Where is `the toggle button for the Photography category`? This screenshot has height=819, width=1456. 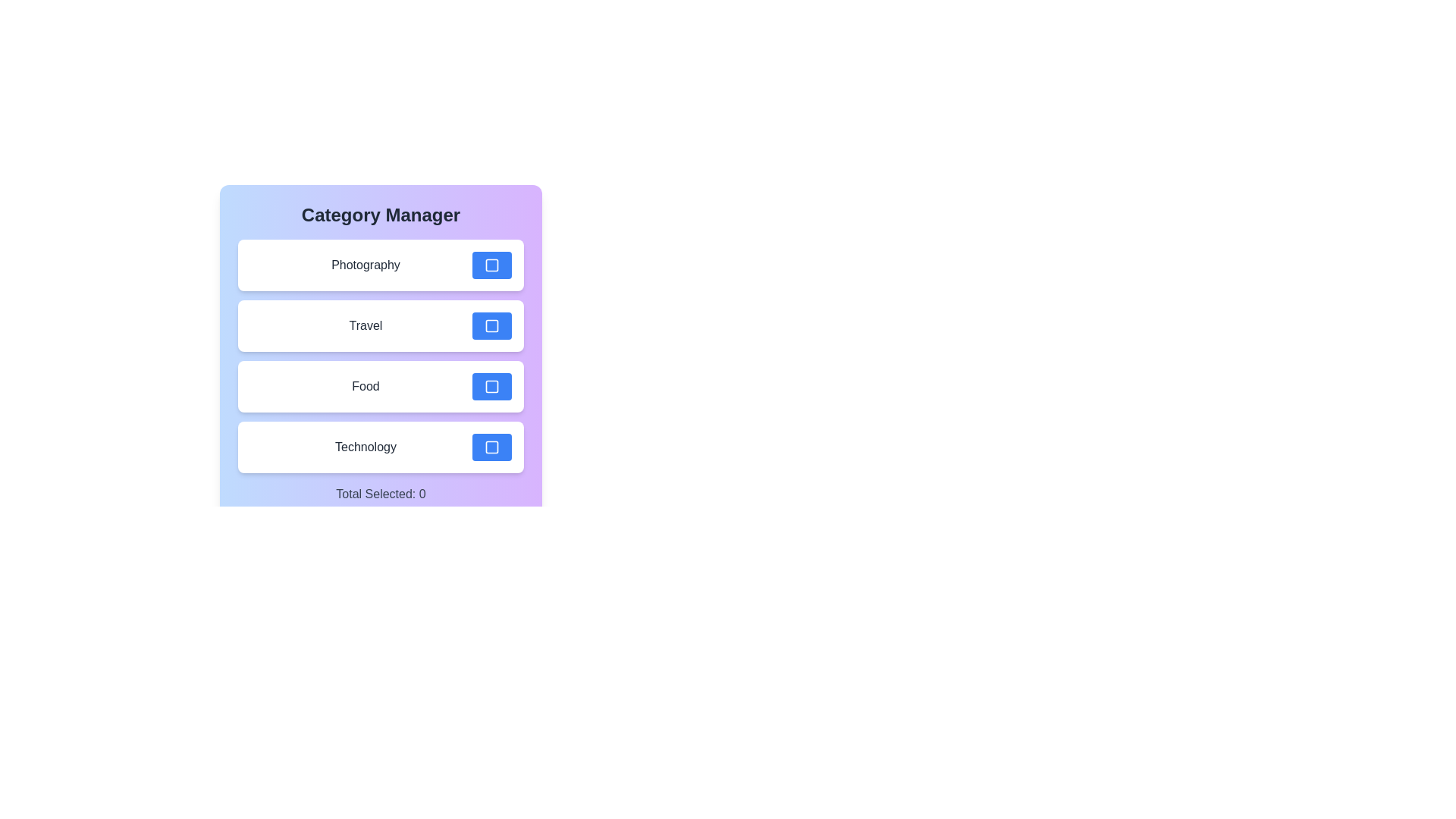
the toggle button for the Photography category is located at coordinates (491, 265).